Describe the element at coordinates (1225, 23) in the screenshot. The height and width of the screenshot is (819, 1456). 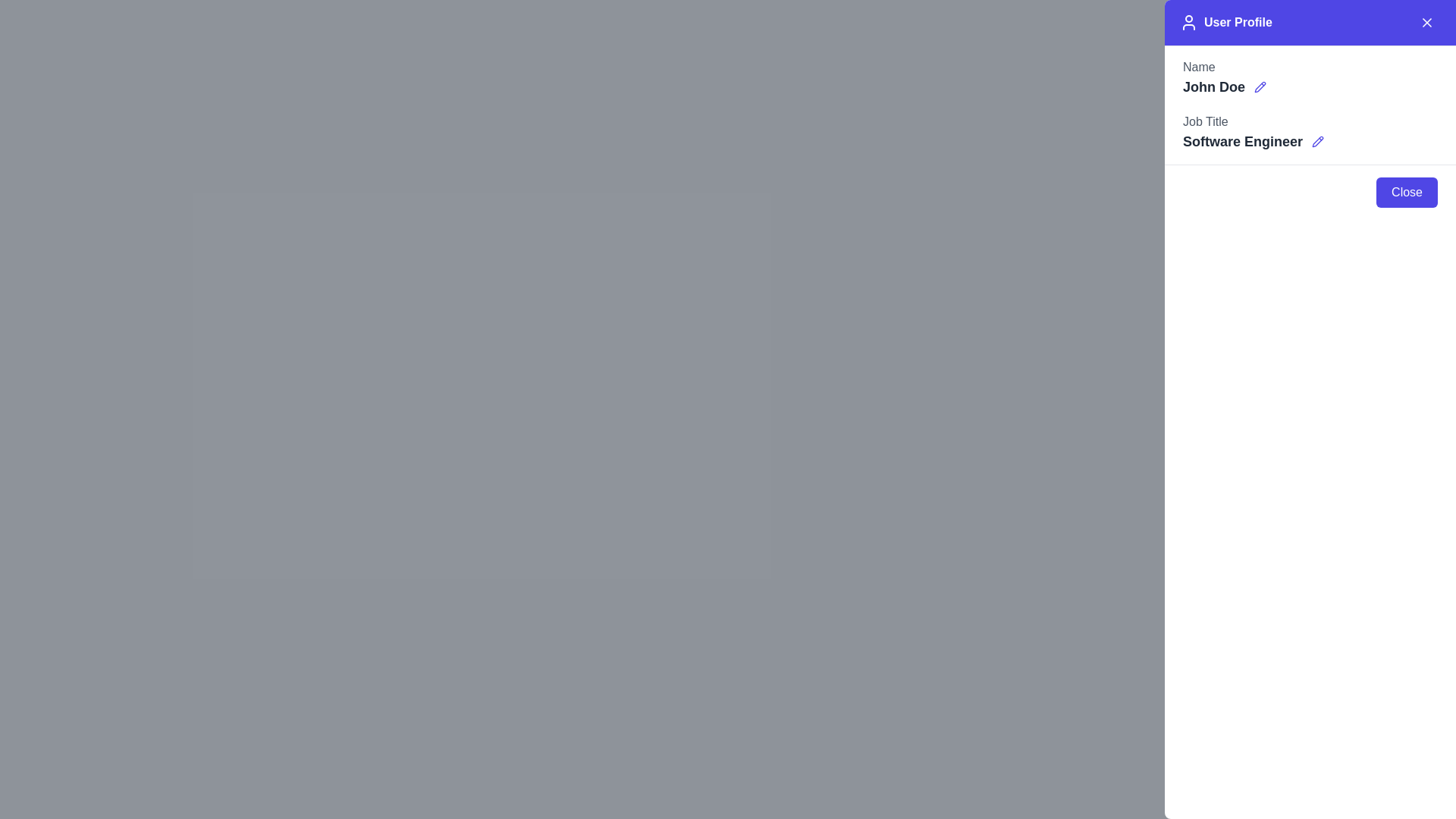
I see `the 'User Profile' text label with the user icon located in the header area of the navigation bar, styled with a blue background` at that location.